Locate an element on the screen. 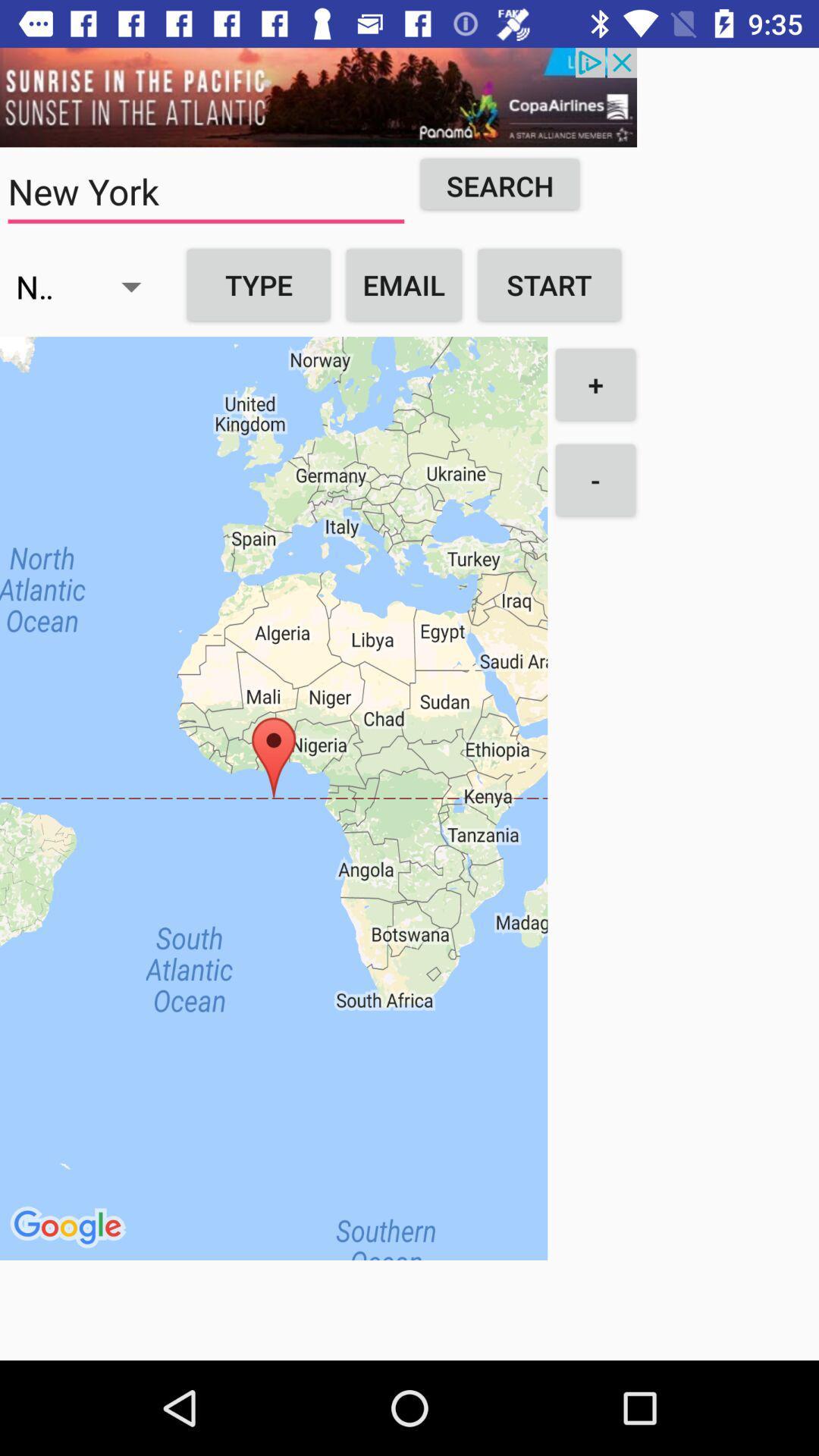 Image resolution: width=819 pixels, height=1456 pixels. open advertisement is located at coordinates (318, 96).